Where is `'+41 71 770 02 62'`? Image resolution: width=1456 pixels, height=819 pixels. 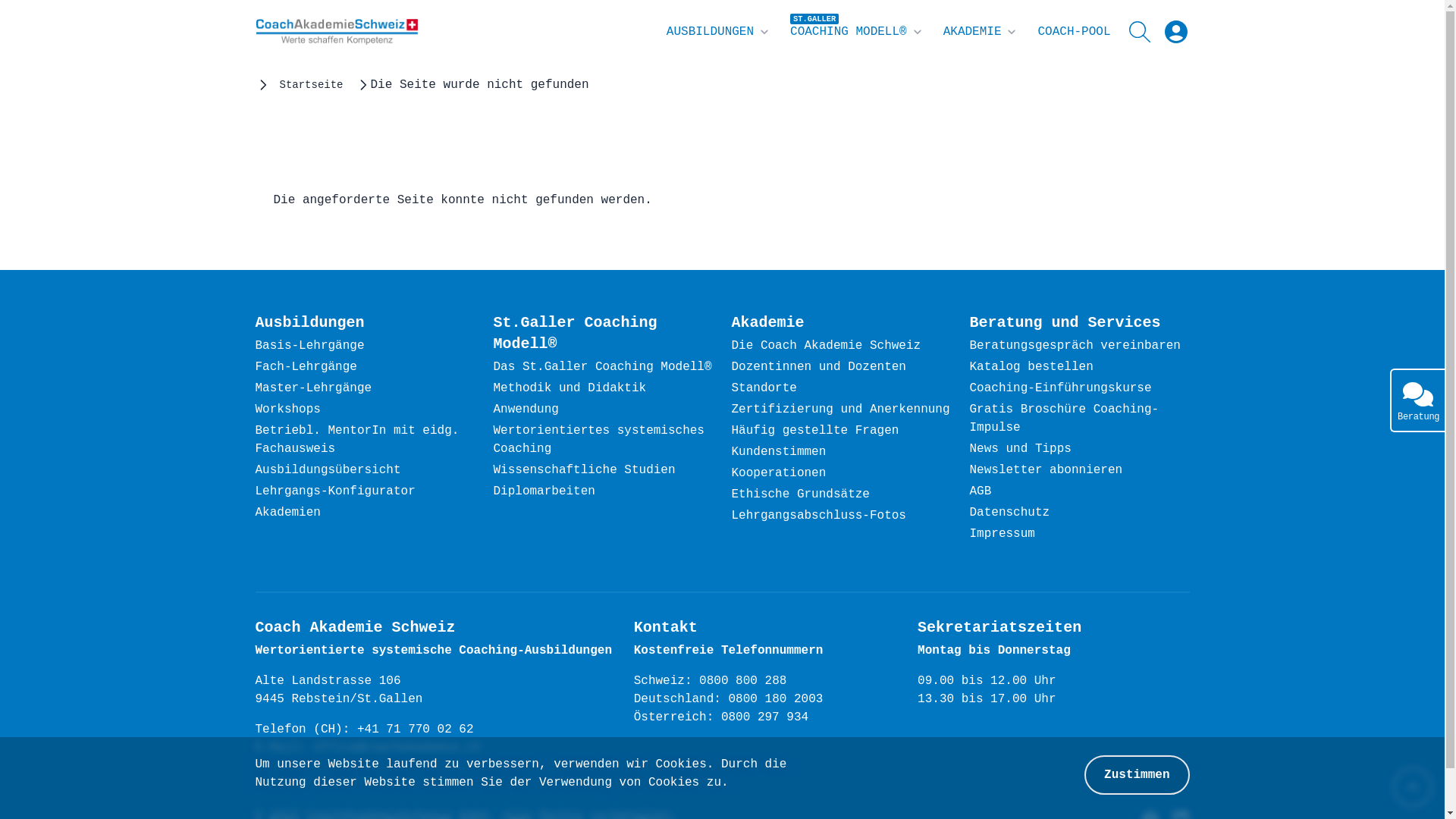 '+41 71 770 02 62' is located at coordinates (415, 730).